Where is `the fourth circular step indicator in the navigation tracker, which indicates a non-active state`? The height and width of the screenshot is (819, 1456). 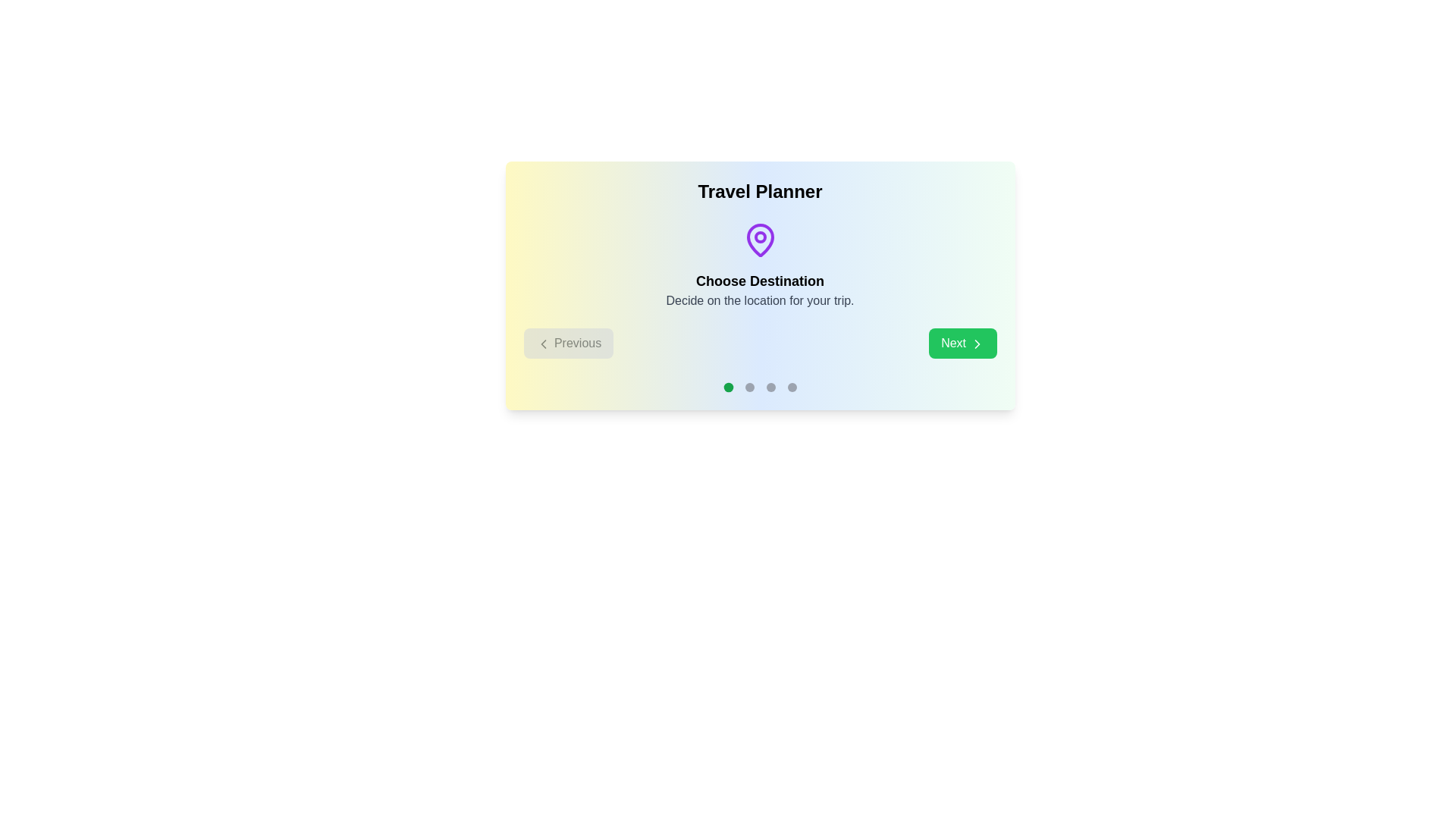 the fourth circular step indicator in the navigation tracker, which indicates a non-active state is located at coordinates (791, 386).